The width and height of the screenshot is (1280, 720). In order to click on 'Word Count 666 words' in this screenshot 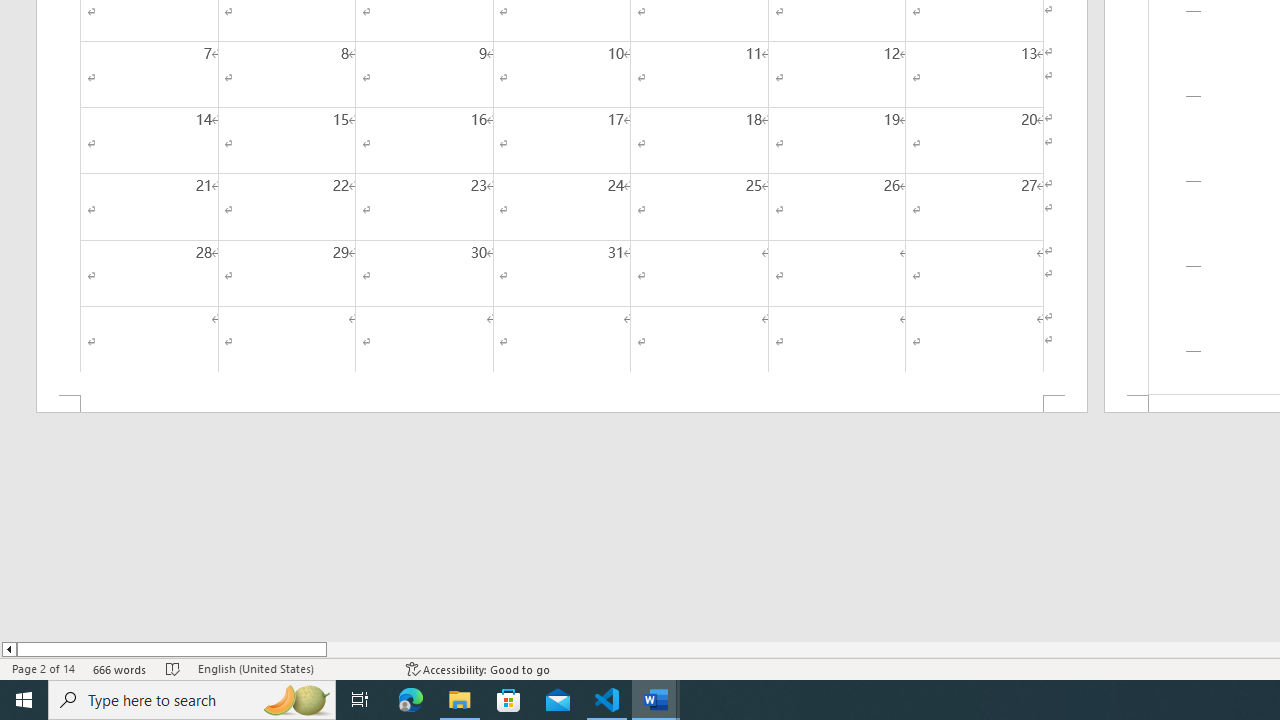, I will do `click(119, 669)`.